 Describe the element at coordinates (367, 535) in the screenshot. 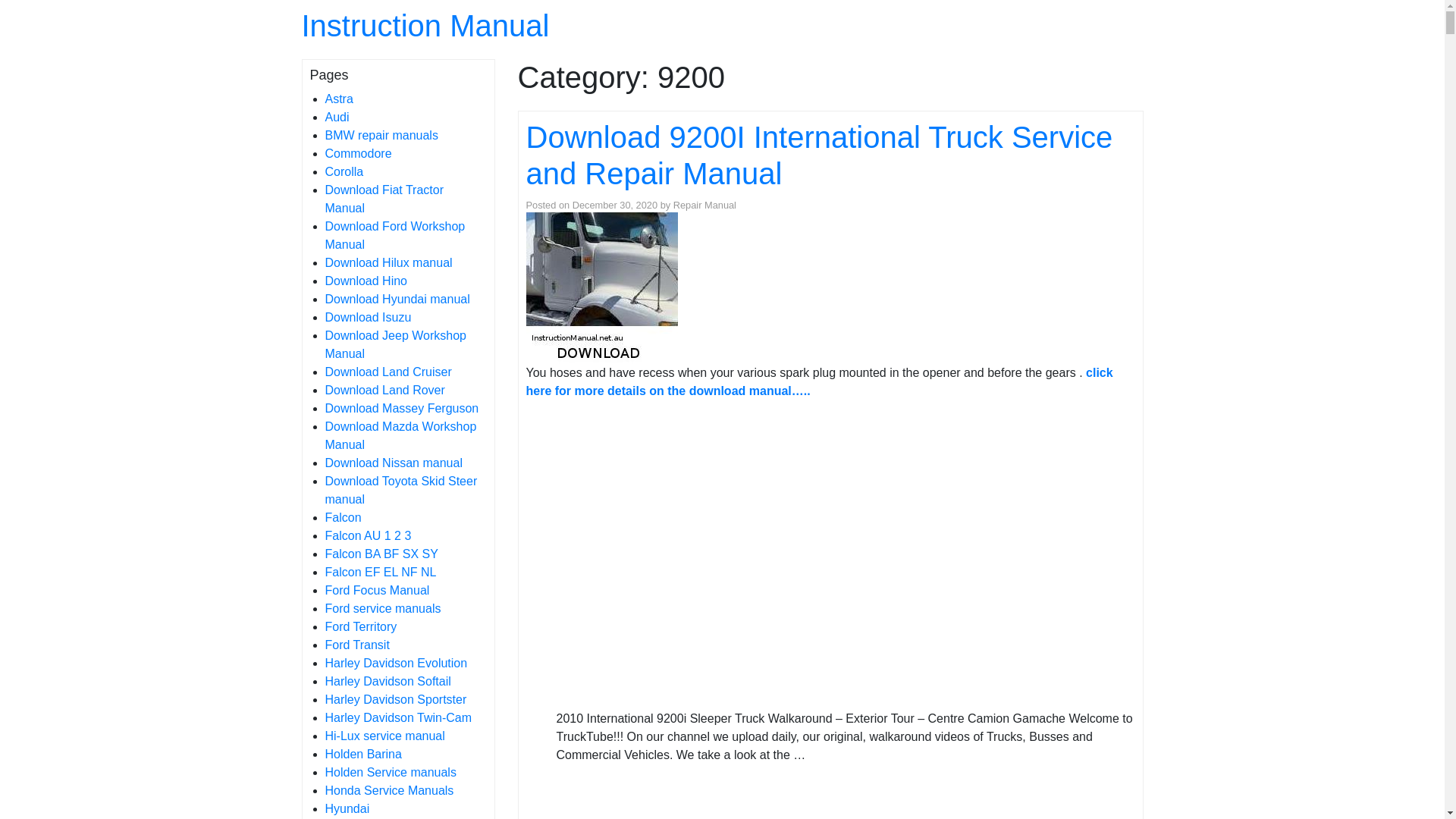

I see `'Falcon AU 1 2 3'` at that location.